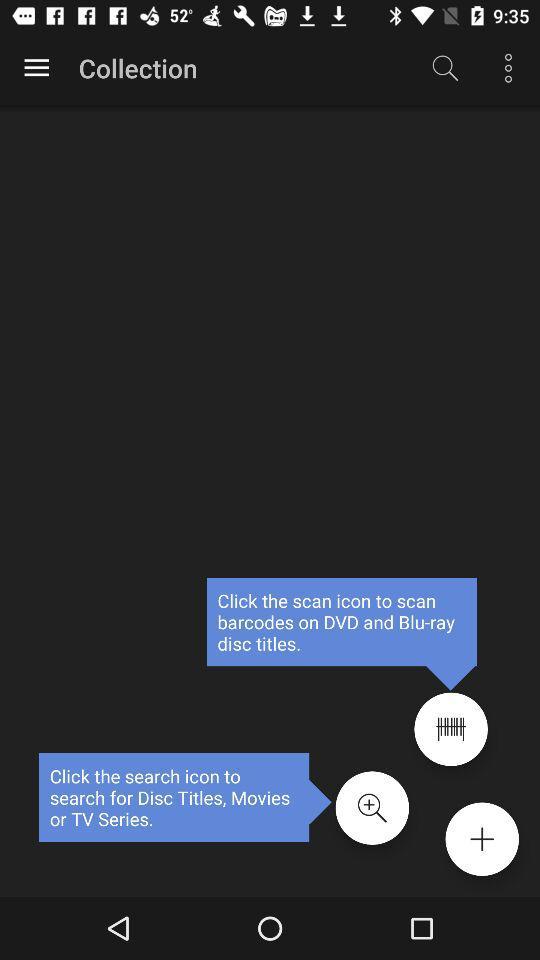 The height and width of the screenshot is (960, 540). What do you see at coordinates (36, 68) in the screenshot?
I see `option` at bounding box center [36, 68].